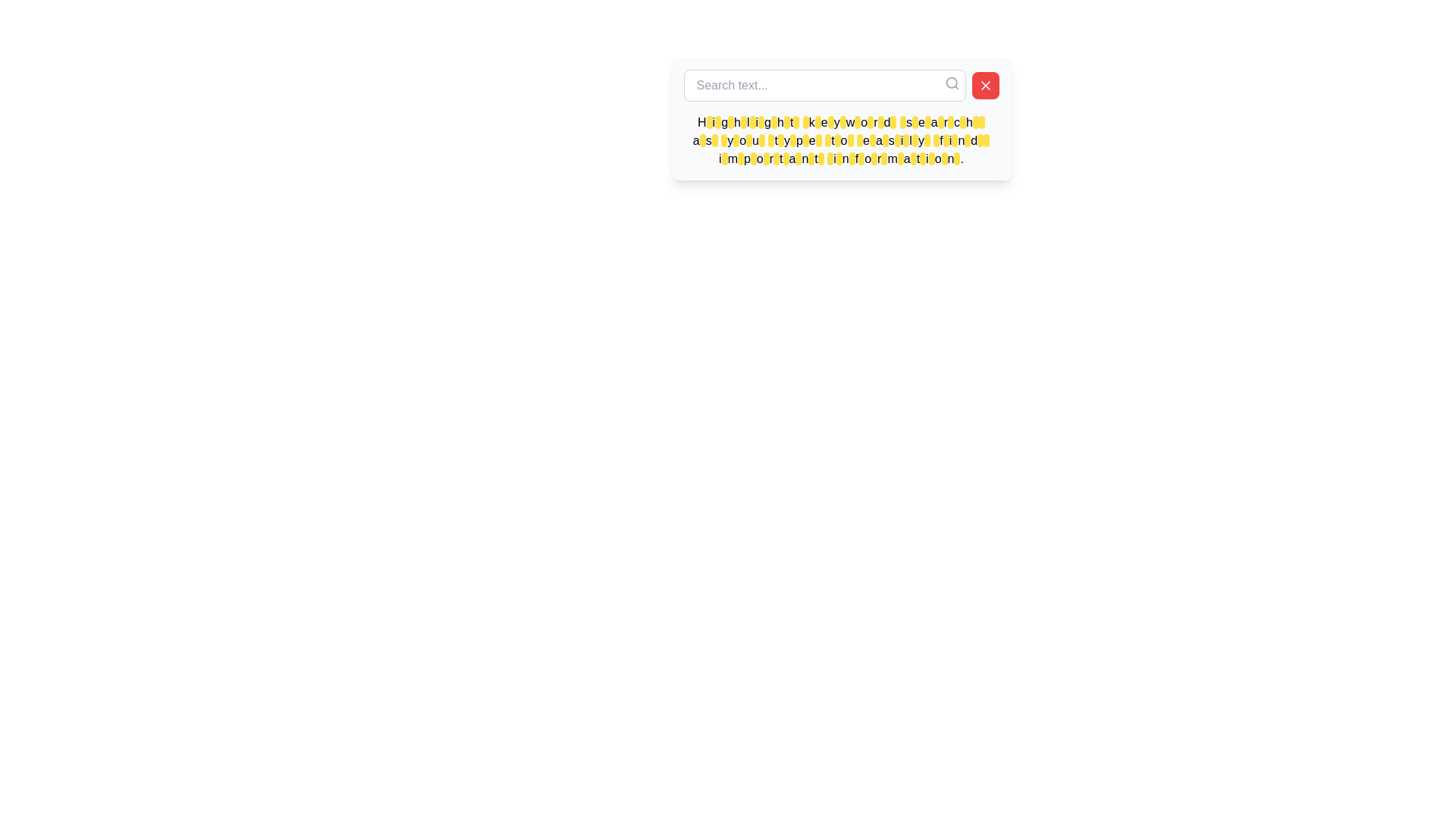 This screenshot has height=819, width=1456. Describe the element at coordinates (753, 158) in the screenshot. I see `the 13th decorative text highlight, which is a rectangular highlight with a yellow background and black text, styled with rounded edges, emphasizing a portion of a sentence` at that location.